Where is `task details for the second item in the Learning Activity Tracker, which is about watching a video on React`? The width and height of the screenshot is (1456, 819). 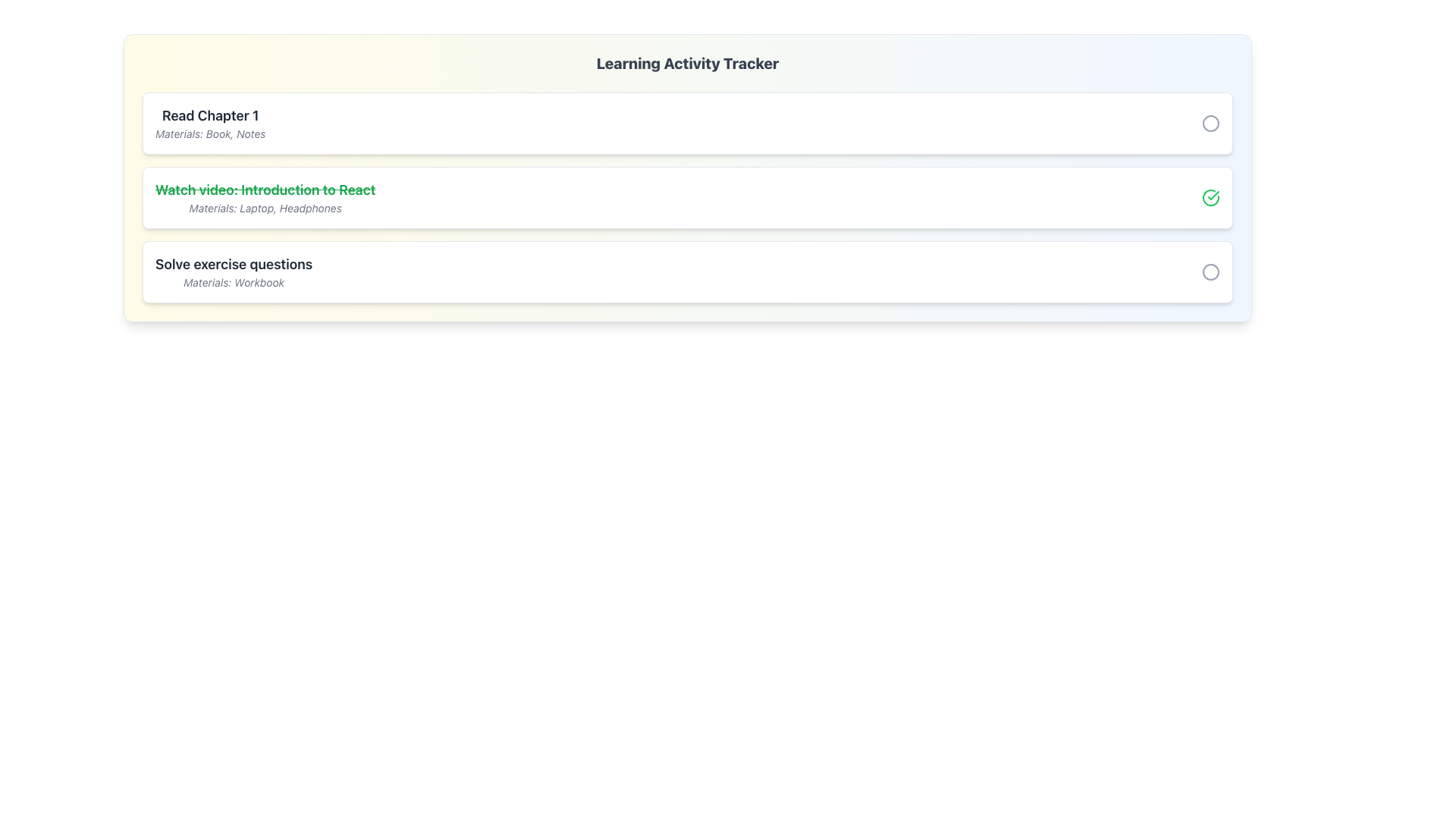 task details for the second item in the Learning Activity Tracker, which is about watching a video on React is located at coordinates (687, 197).